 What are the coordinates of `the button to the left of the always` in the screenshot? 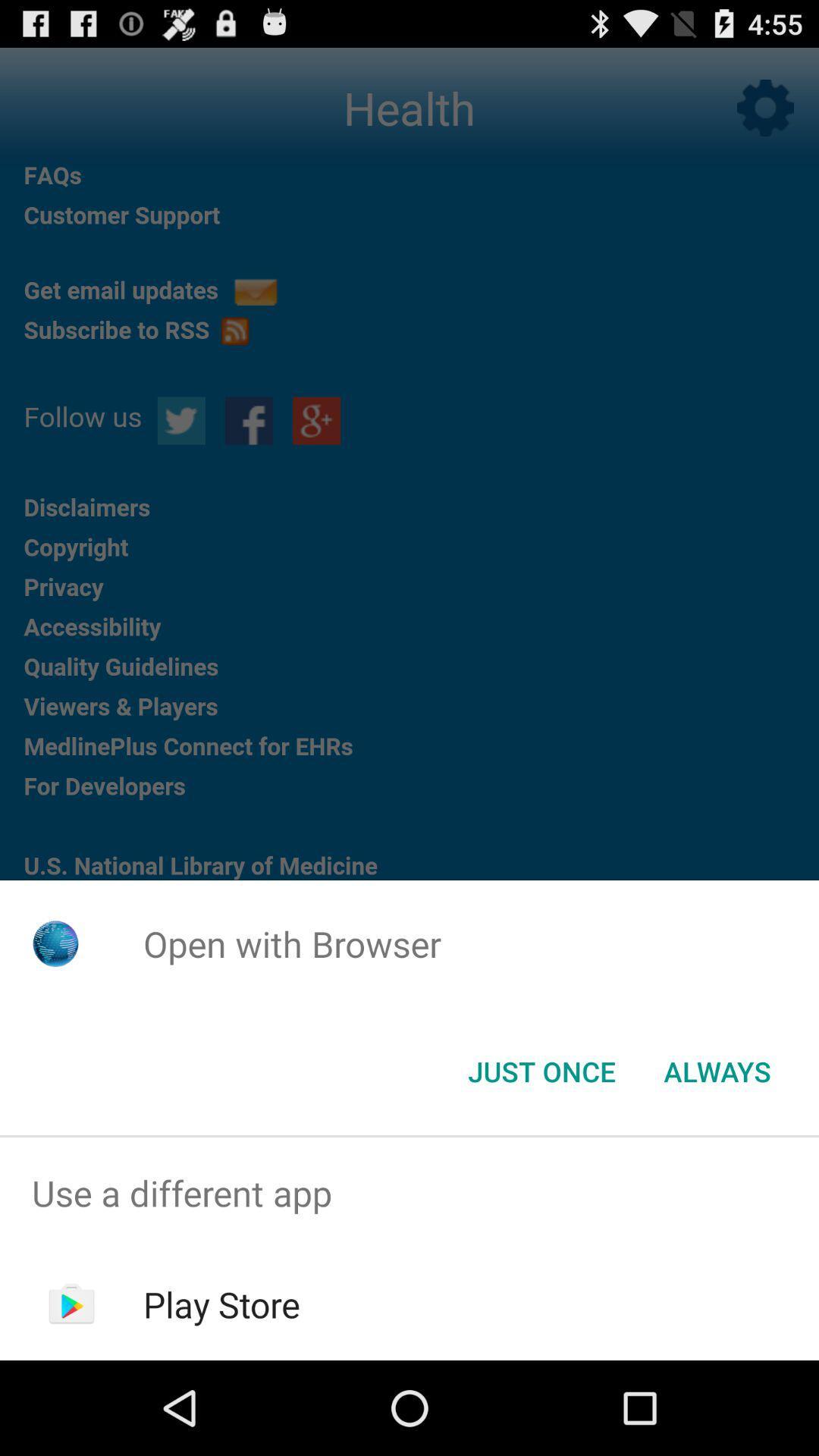 It's located at (541, 1070).